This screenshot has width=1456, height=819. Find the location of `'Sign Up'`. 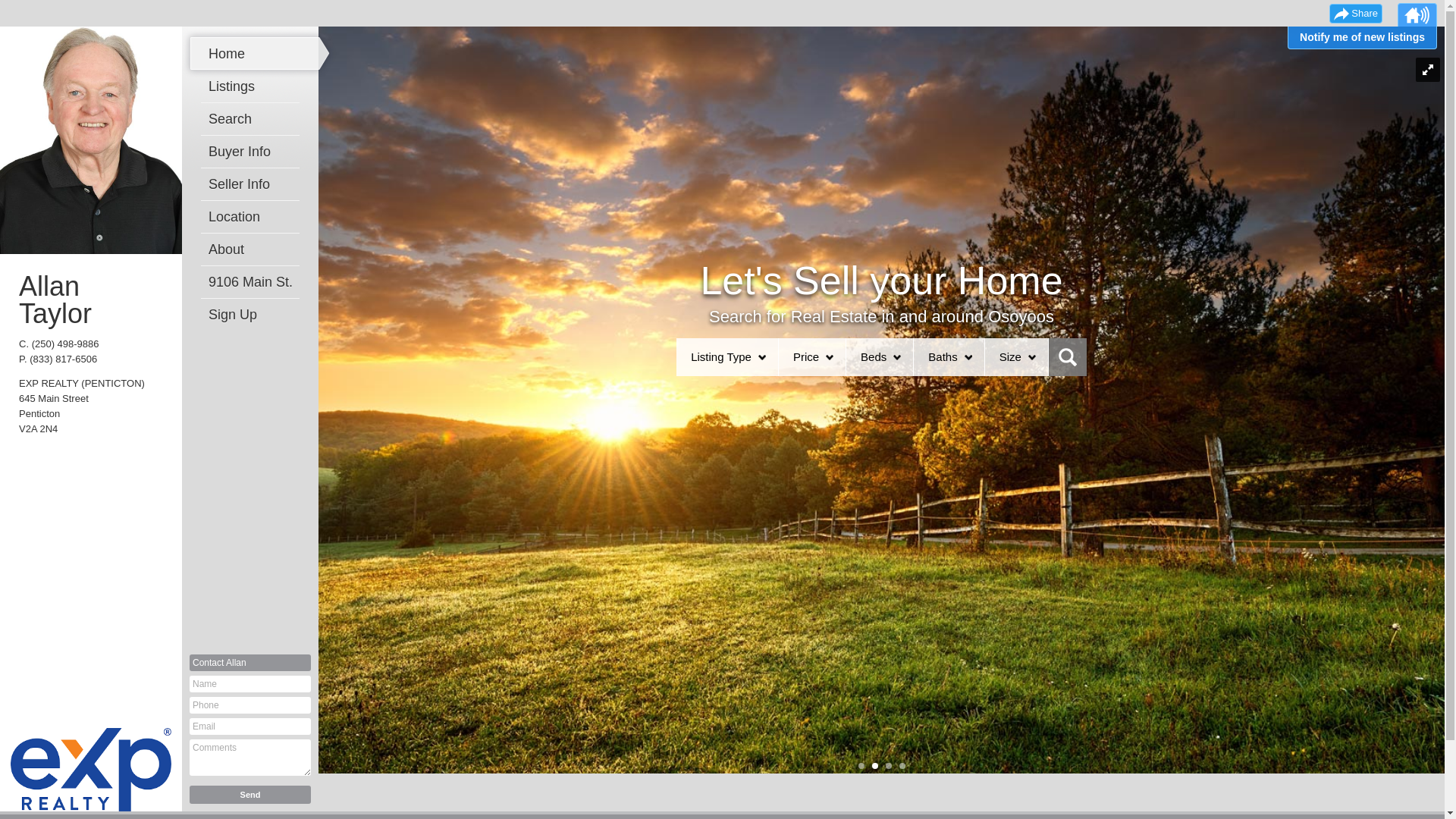

'Sign Up' is located at coordinates (254, 314).